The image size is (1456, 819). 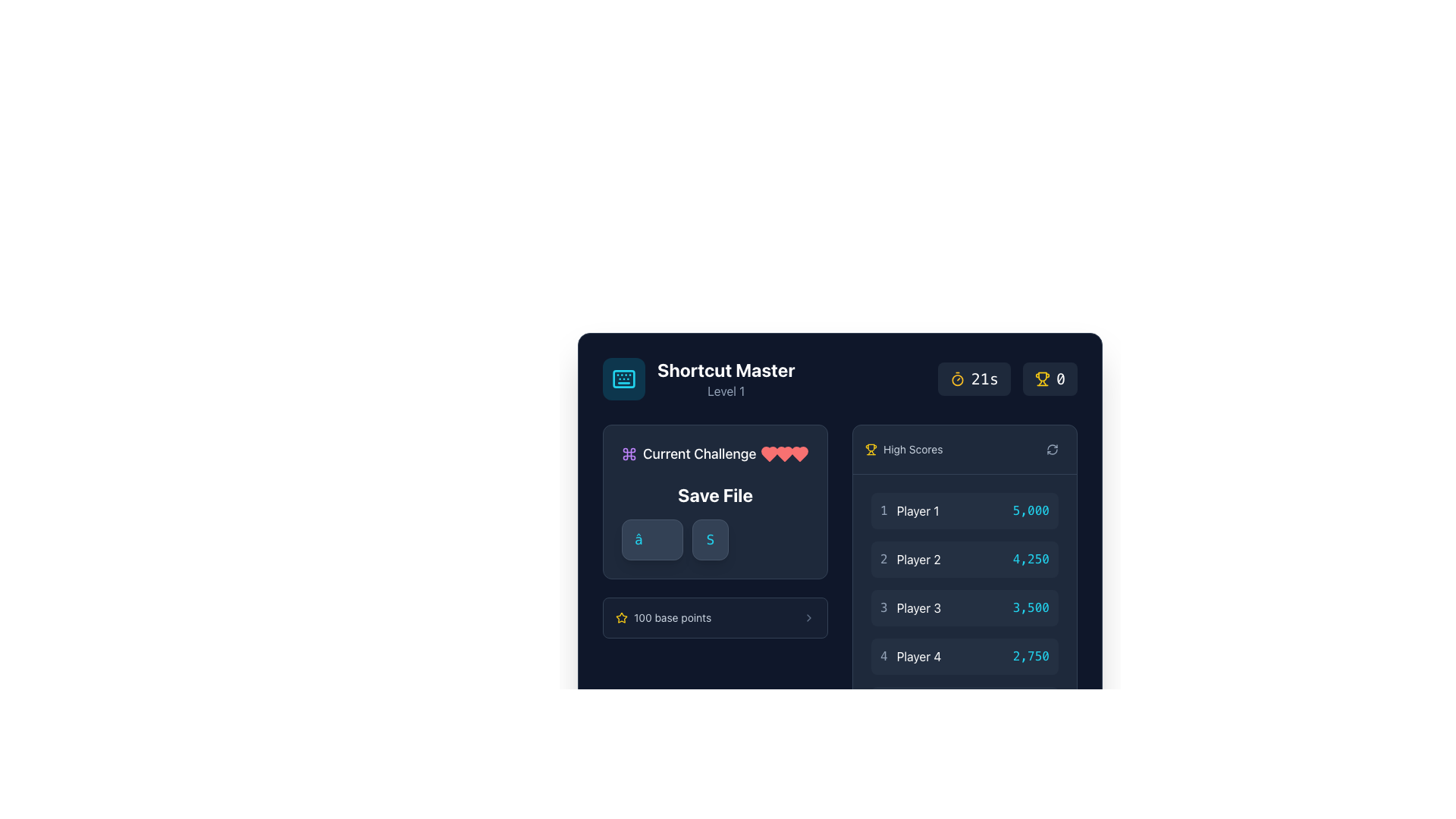 What do you see at coordinates (1051, 449) in the screenshot?
I see `the refresh button located in the top right corner of the 'High Scores' section` at bounding box center [1051, 449].